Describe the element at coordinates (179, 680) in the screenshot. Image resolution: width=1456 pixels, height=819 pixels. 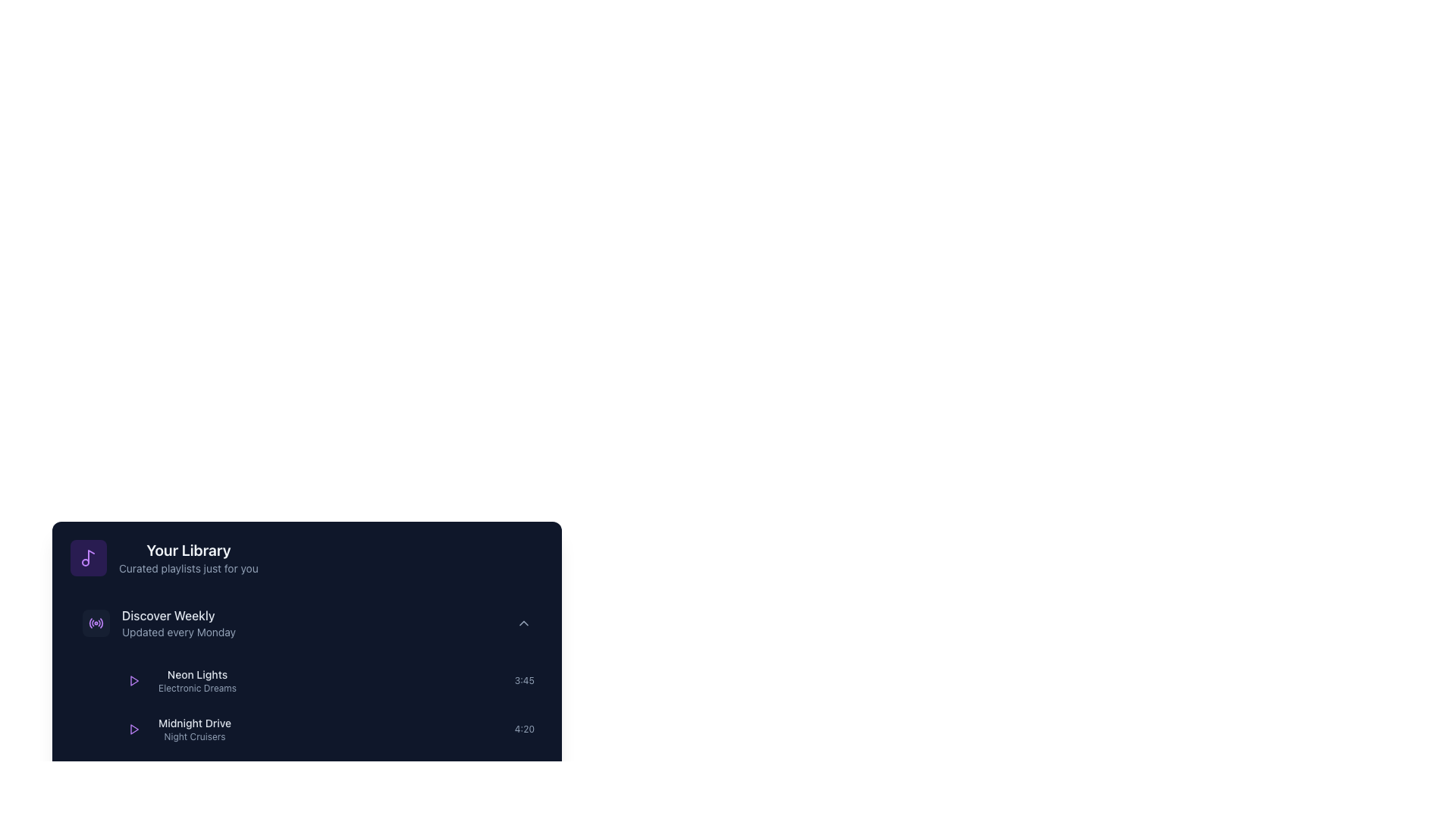
I see `the text displaying the title and subtitle of the first song` at that location.